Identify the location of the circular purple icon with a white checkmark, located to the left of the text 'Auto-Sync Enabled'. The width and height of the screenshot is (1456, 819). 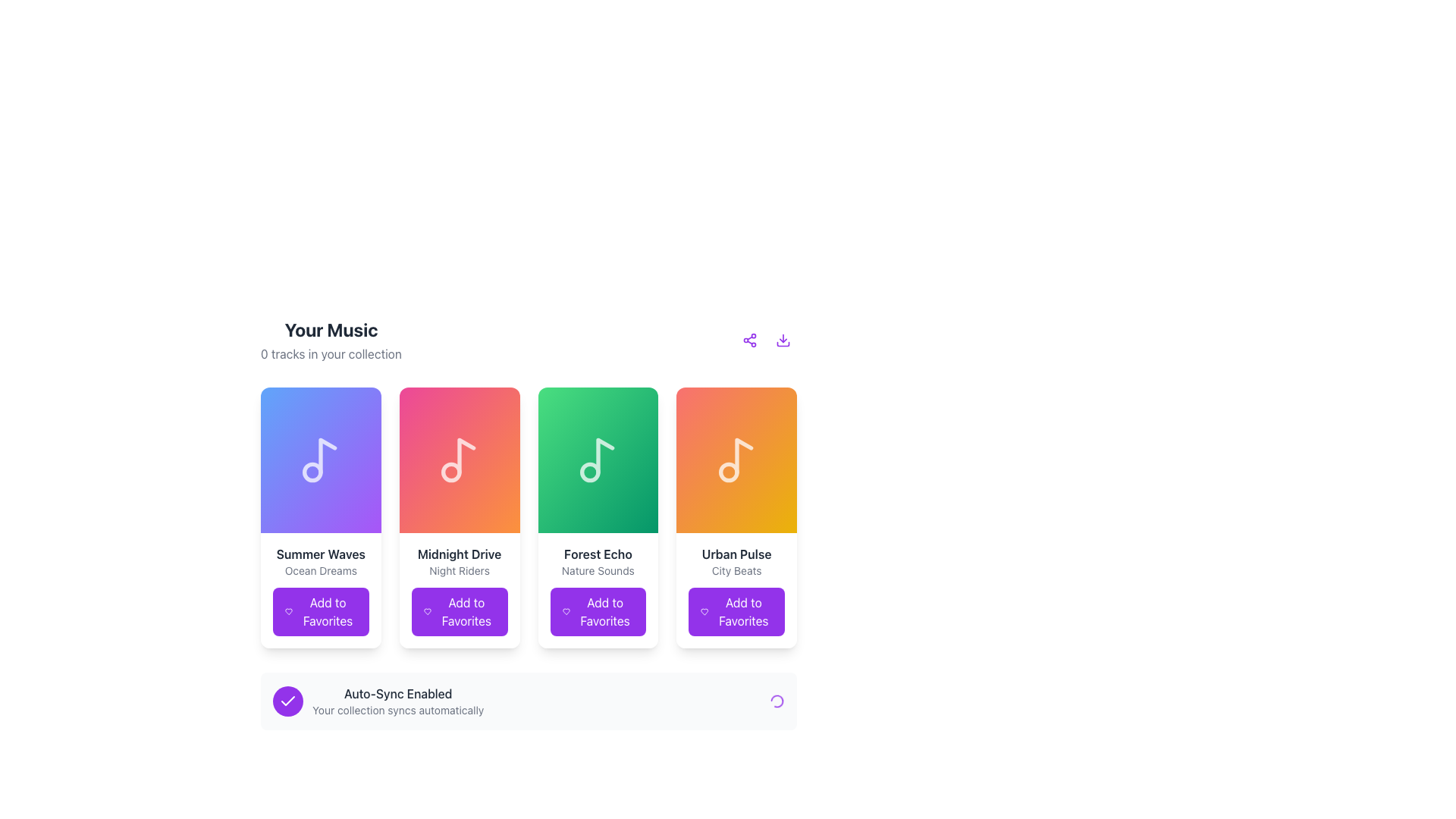
(287, 701).